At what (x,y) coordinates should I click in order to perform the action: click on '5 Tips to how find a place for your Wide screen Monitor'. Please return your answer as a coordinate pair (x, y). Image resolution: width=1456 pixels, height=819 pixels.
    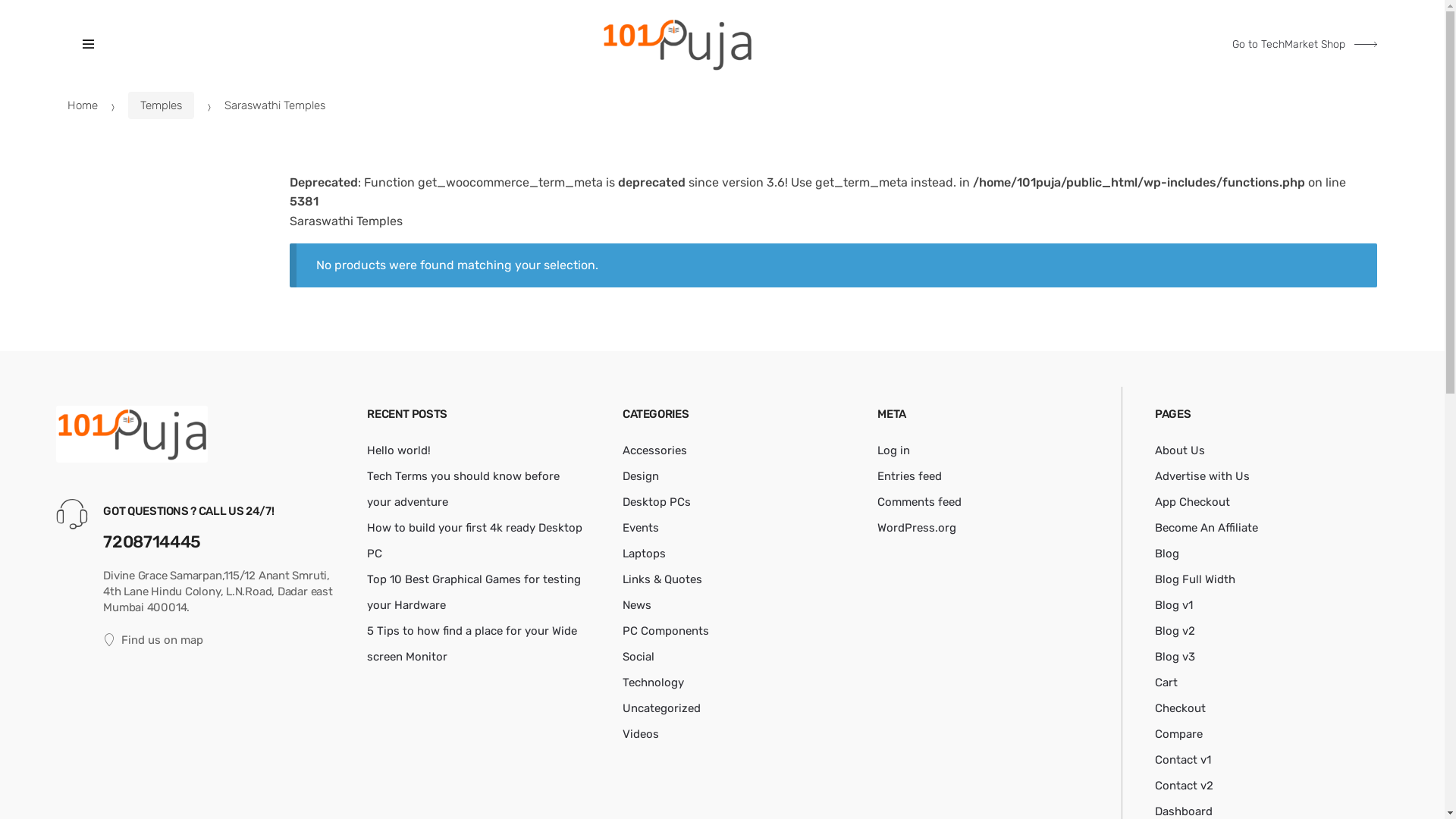
    Looking at the image, I should click on (367, 643).